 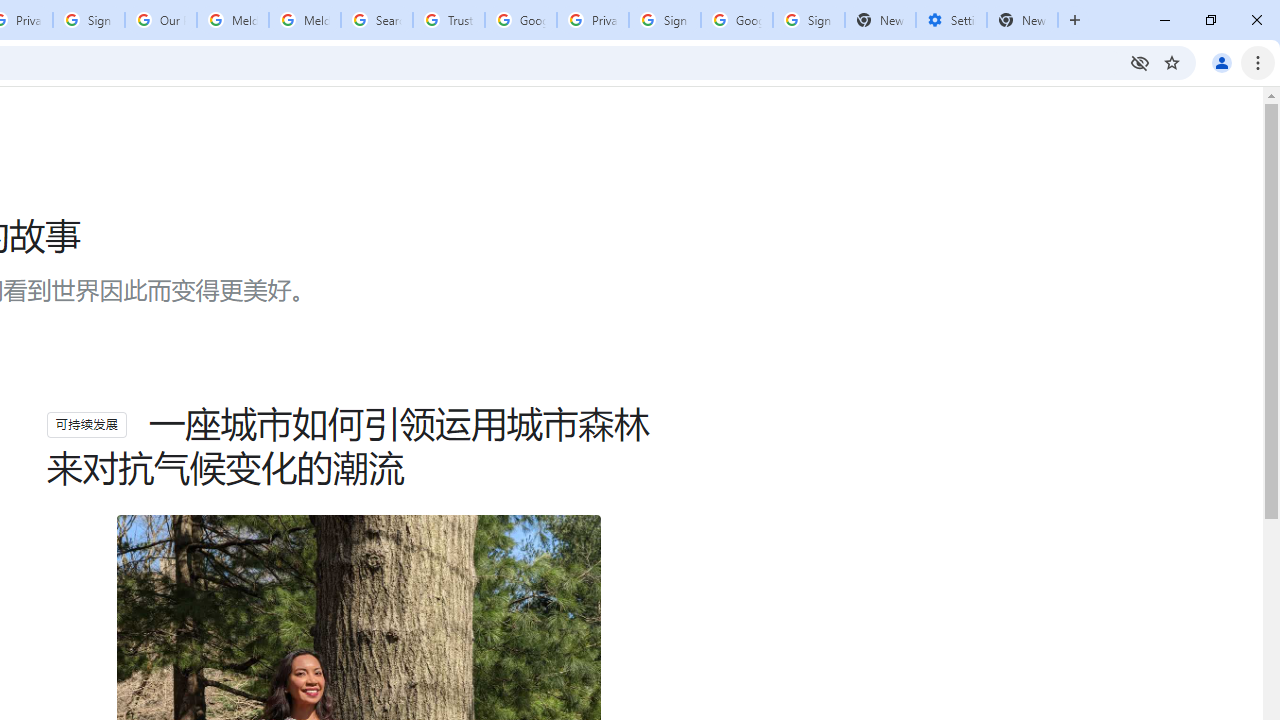 What do you see at coordinates (736, 20) in the screenshot?
I see `'Google Cybersecurity Innovations - Google Safety Center'` at bounding box center [736, 20].